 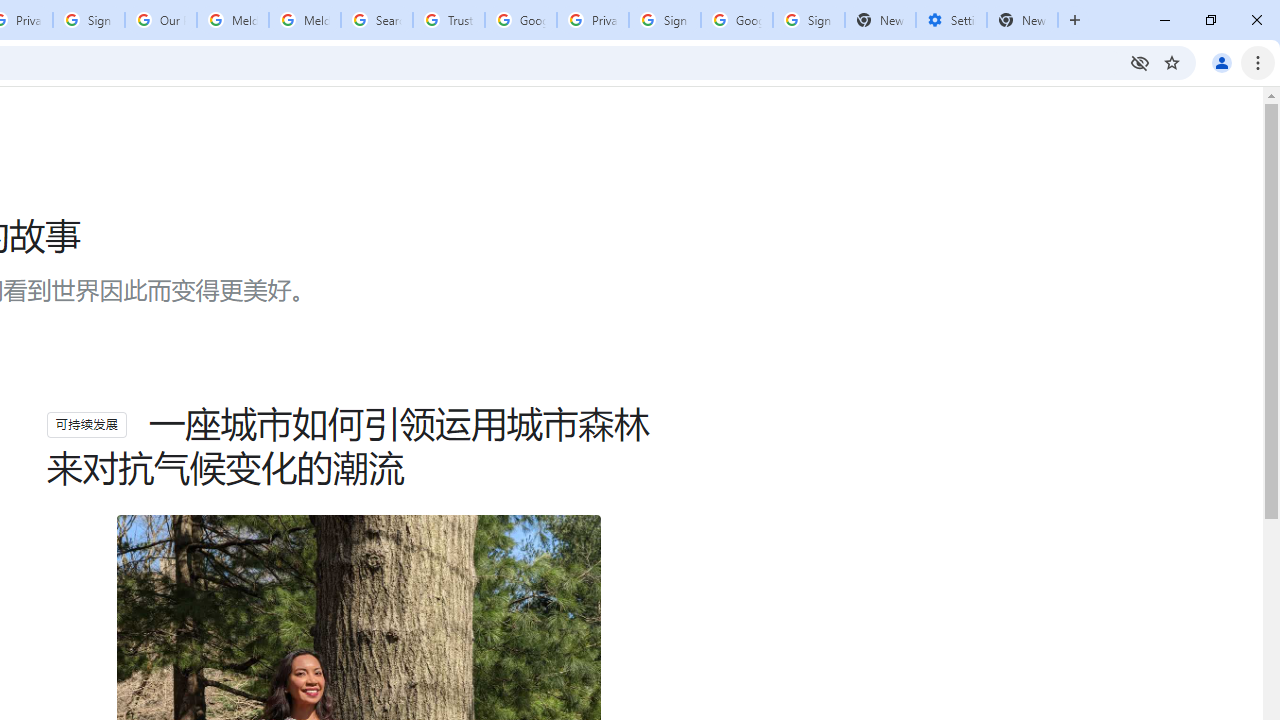 What do you see at coordinates (736, 20) in the screenshot?
I see `'Google Cybersecurity Innovations - Google Safety Center'` at bounding box center [736, 20].